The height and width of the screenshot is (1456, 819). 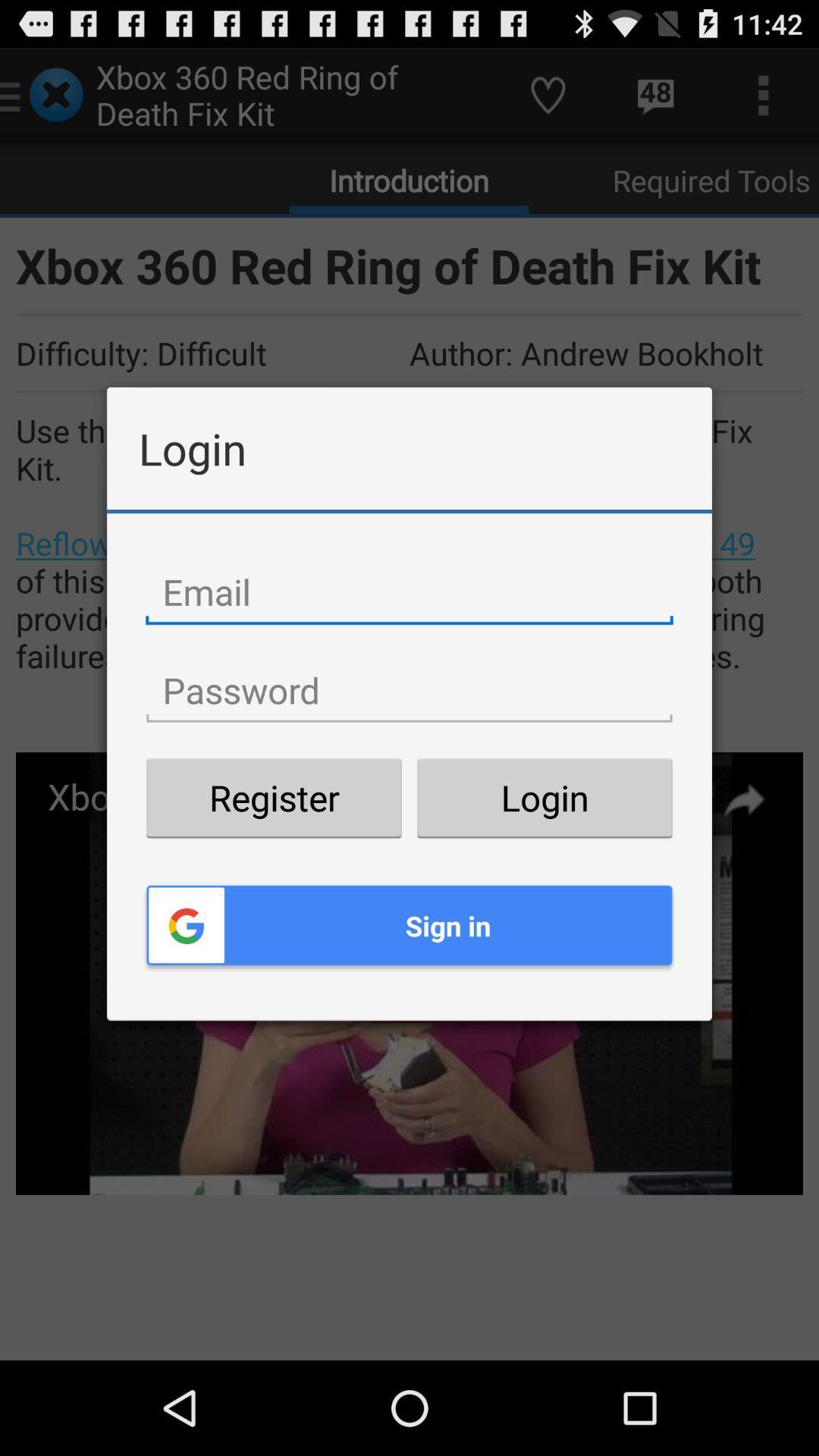 I want to click on email text box, so click(x=409, y=591).